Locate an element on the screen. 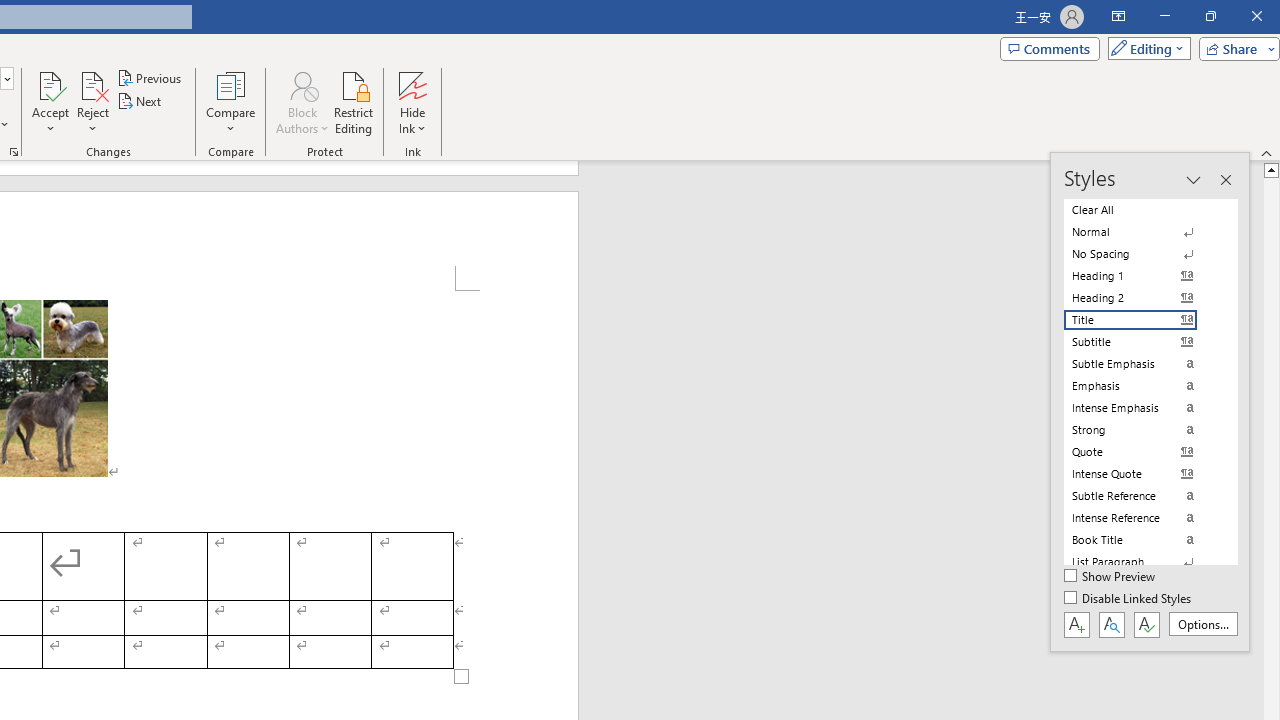  'Heading 2' is located at coordinates (1142, 298).